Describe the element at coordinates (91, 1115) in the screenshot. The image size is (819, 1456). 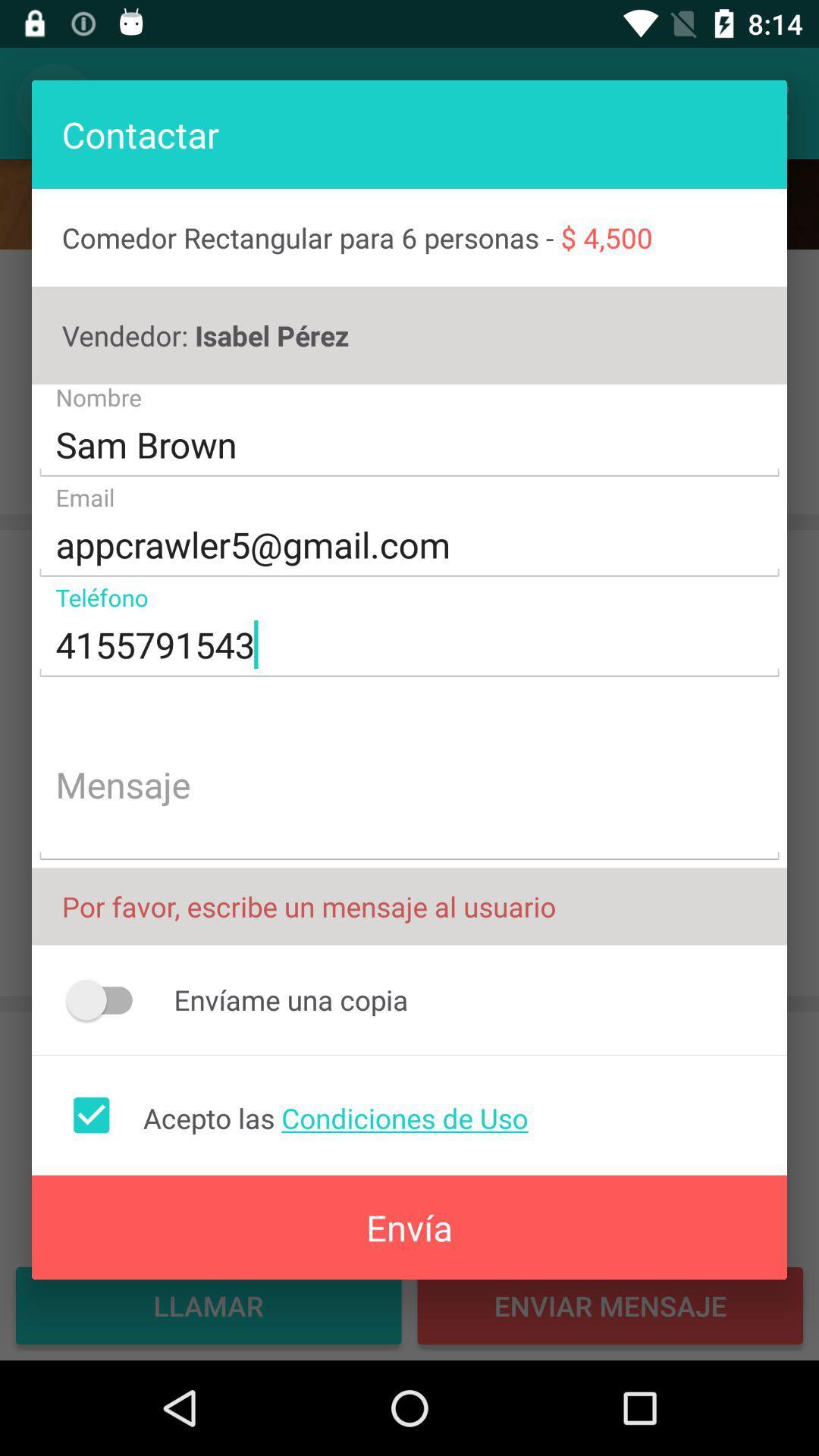
I see `accept terms of use` at that location.